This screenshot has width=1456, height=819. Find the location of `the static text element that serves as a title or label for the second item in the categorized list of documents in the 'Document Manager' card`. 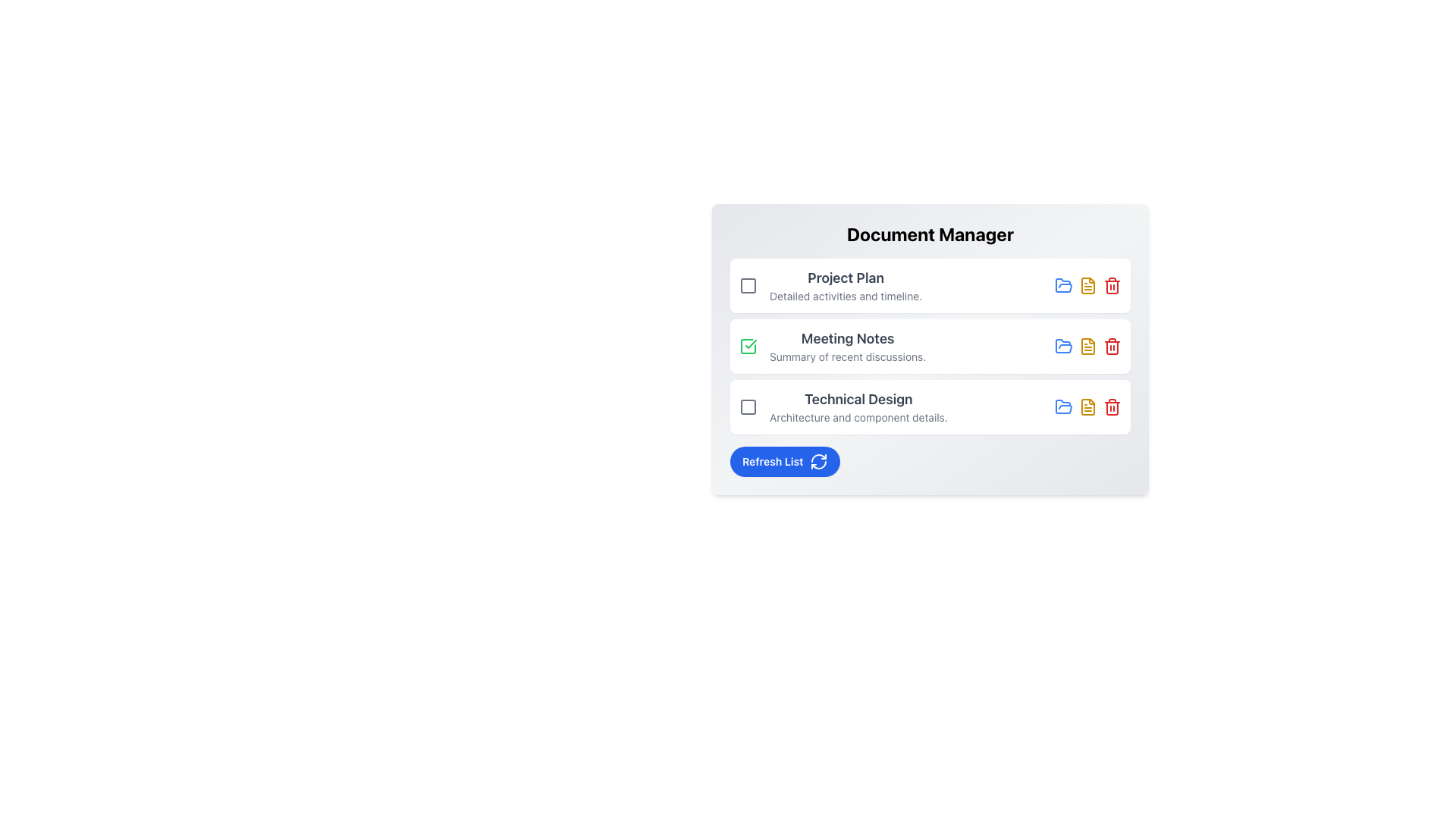

the static text element that serves as a title or label for the second item in the categorized list of documents in the 'Document Manager' card is located at coordinates (847, 338).